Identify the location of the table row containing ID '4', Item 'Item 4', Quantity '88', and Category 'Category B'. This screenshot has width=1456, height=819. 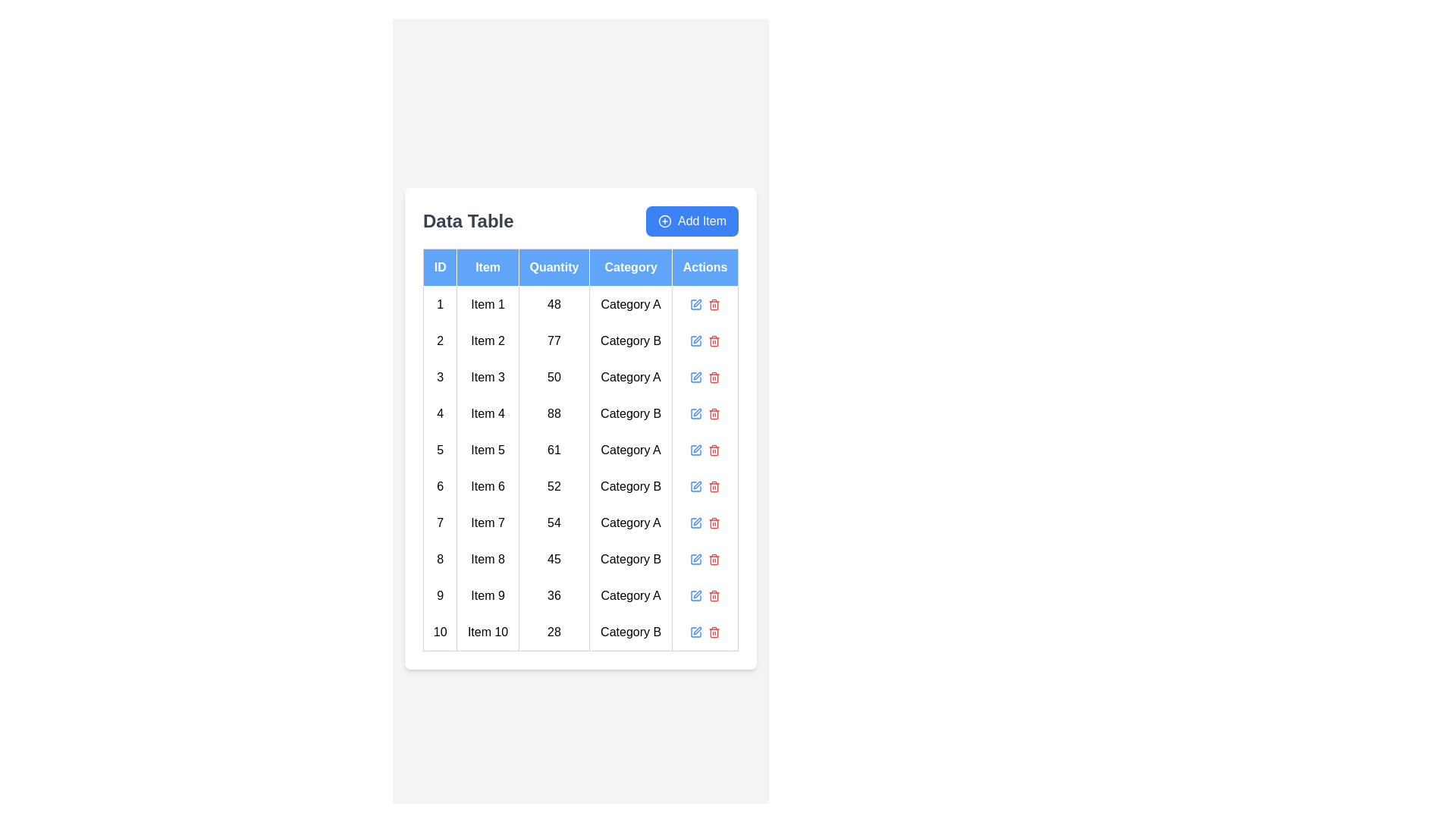
(580, 413).